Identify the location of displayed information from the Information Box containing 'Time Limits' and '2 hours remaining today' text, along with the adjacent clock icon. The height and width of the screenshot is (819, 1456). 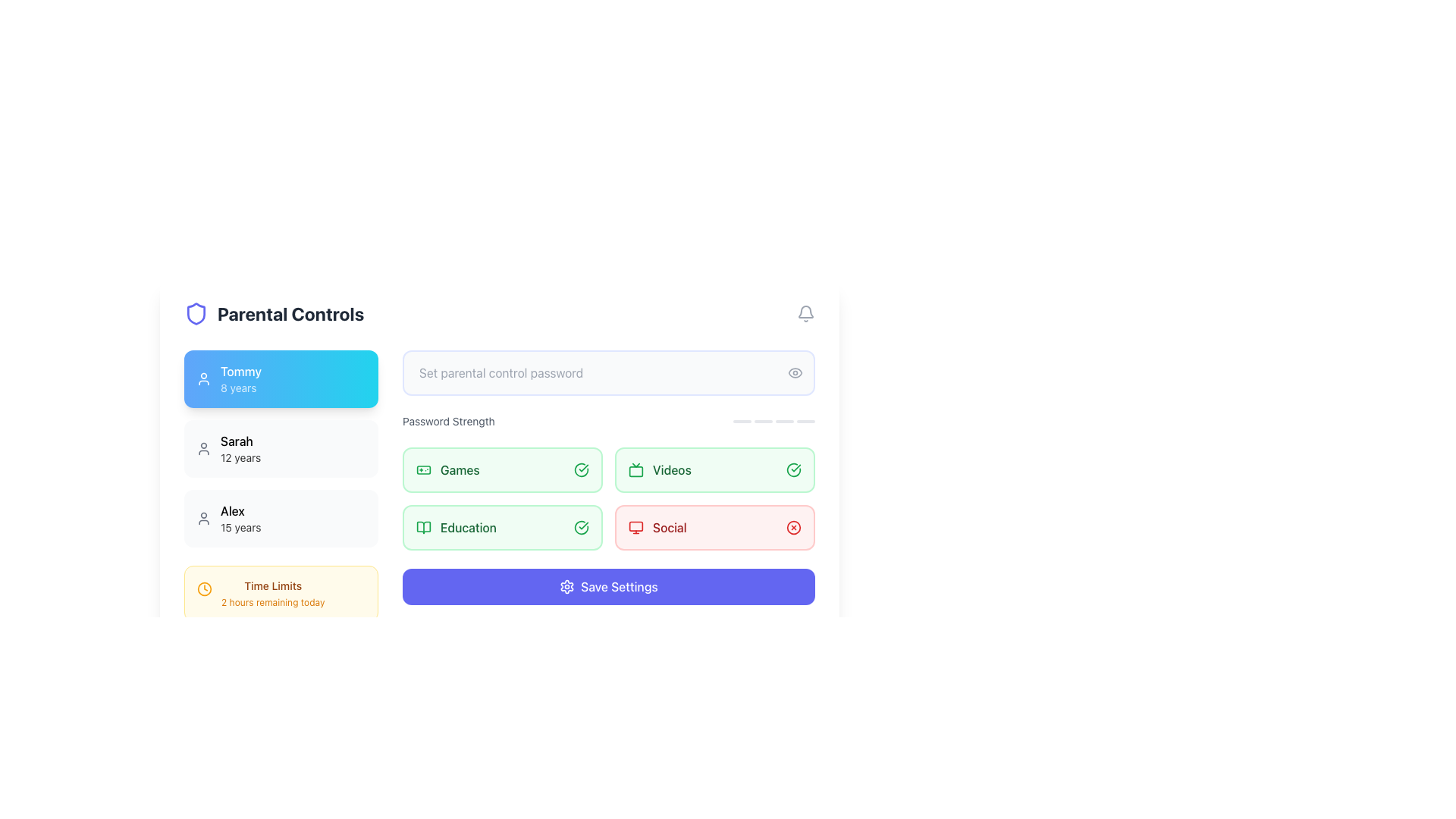
(281, 593).